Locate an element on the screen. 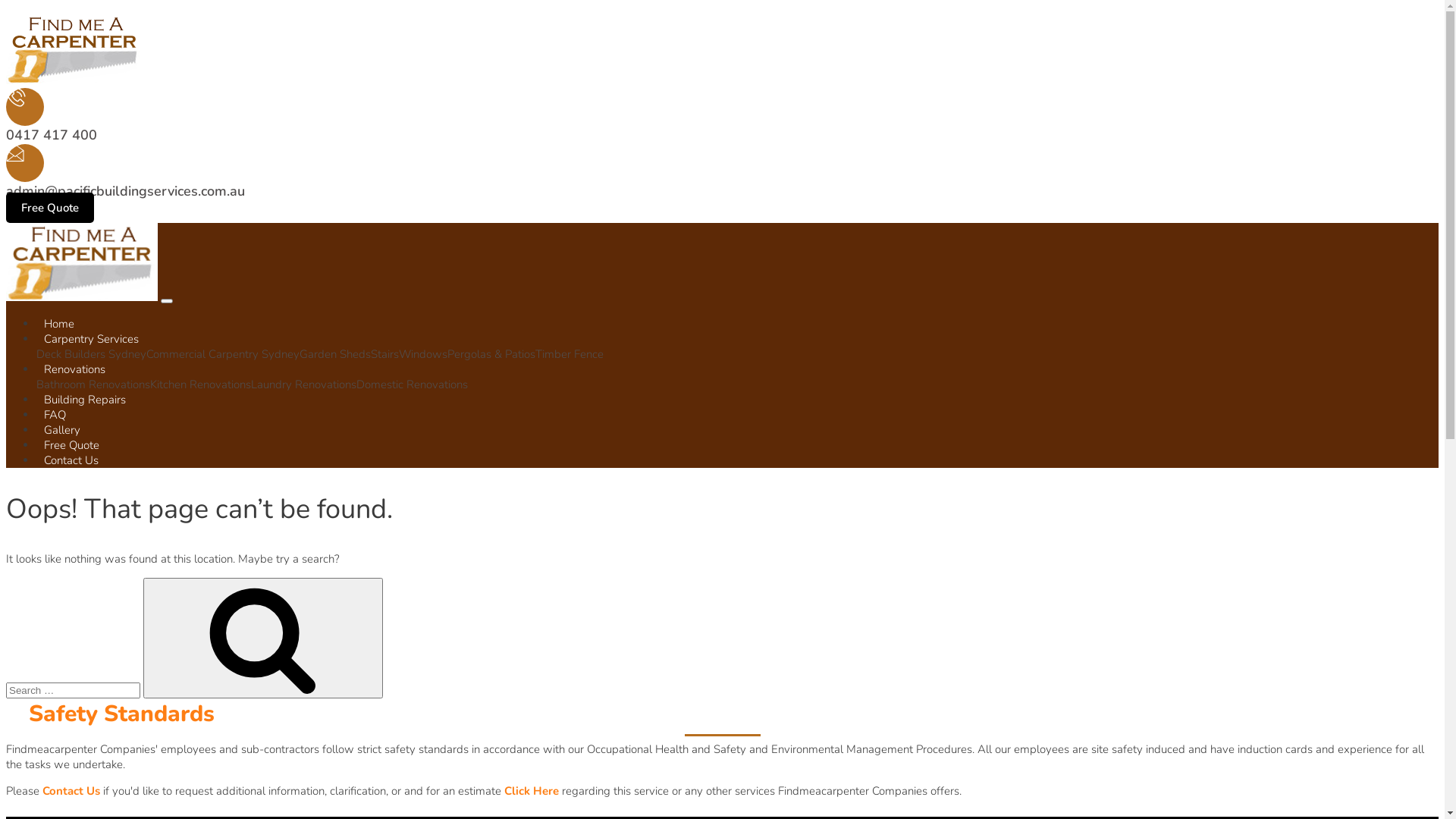 Image resolution: width=1456 pixels, height=819 pixels. 'admin@pacificbuildingservices.com.au' is located at coordinates (125, 190).